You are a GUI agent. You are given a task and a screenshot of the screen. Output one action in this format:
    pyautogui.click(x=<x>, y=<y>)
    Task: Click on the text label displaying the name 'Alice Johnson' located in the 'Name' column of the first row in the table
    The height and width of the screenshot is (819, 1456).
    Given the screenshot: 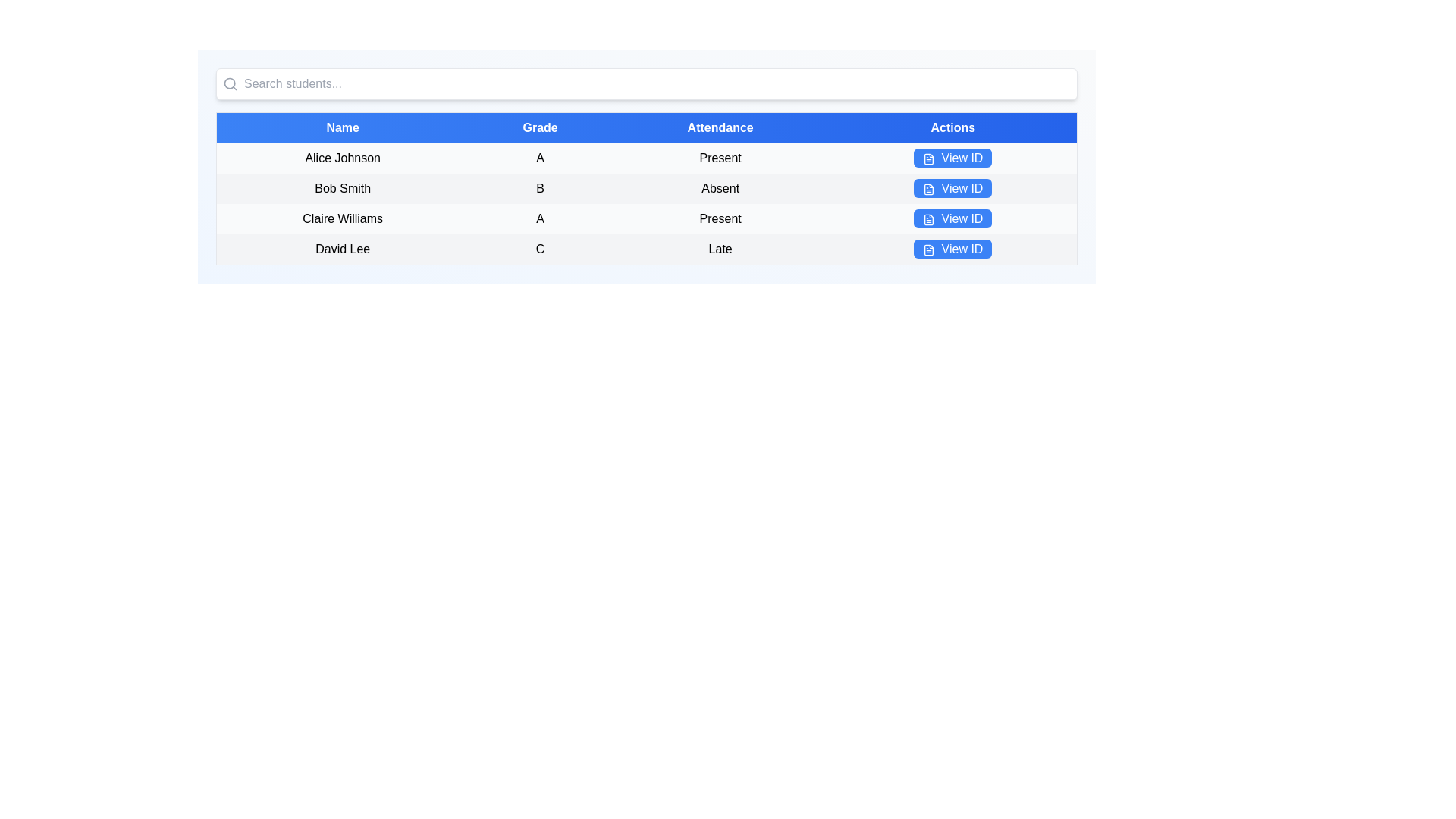 What is the action you would take?
    pyautogui.click(x=341, y=158)
    